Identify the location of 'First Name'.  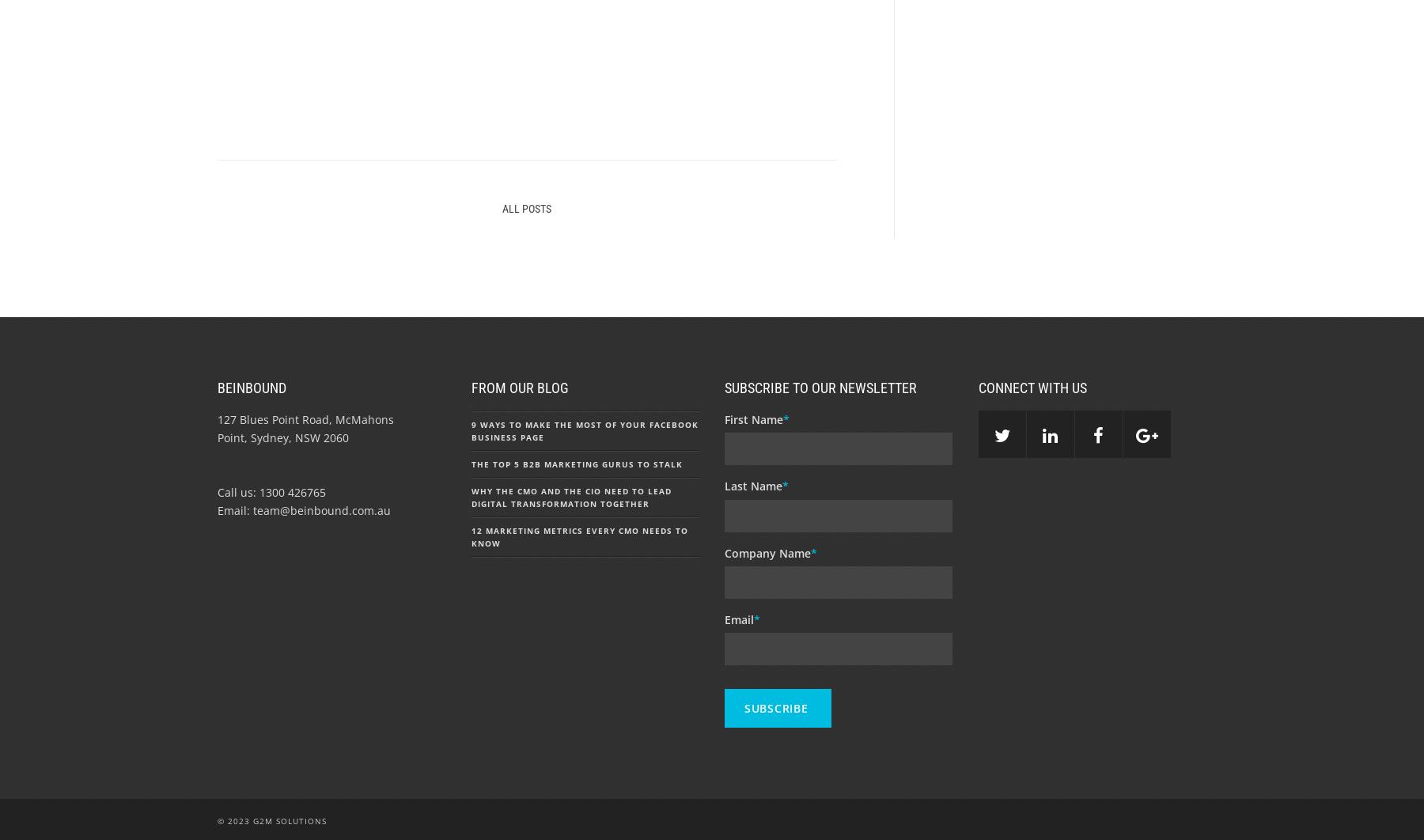
(752, 418).